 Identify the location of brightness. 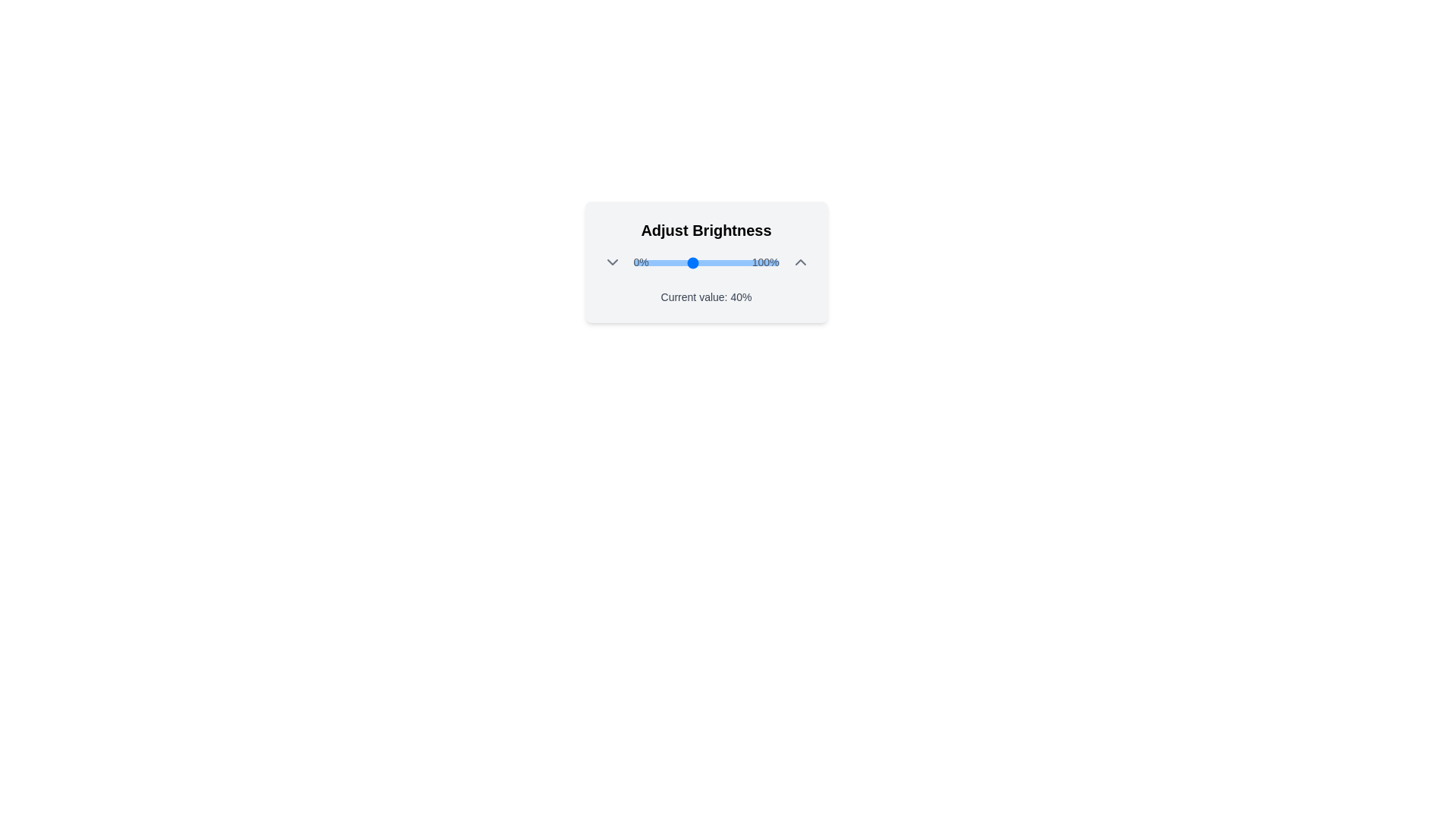
(754, 262).